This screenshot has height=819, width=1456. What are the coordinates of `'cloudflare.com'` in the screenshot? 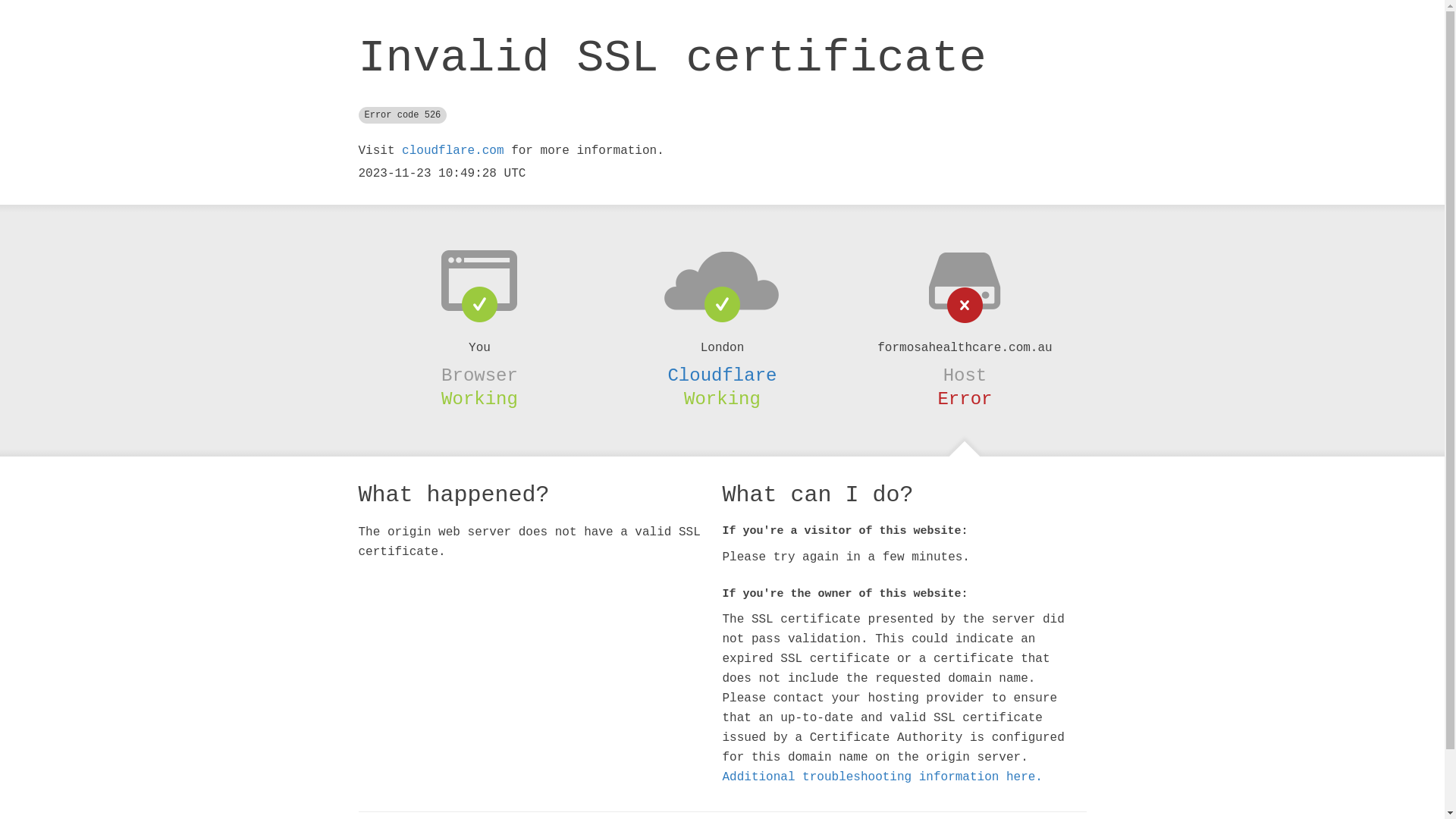 It's located at (401, 151).